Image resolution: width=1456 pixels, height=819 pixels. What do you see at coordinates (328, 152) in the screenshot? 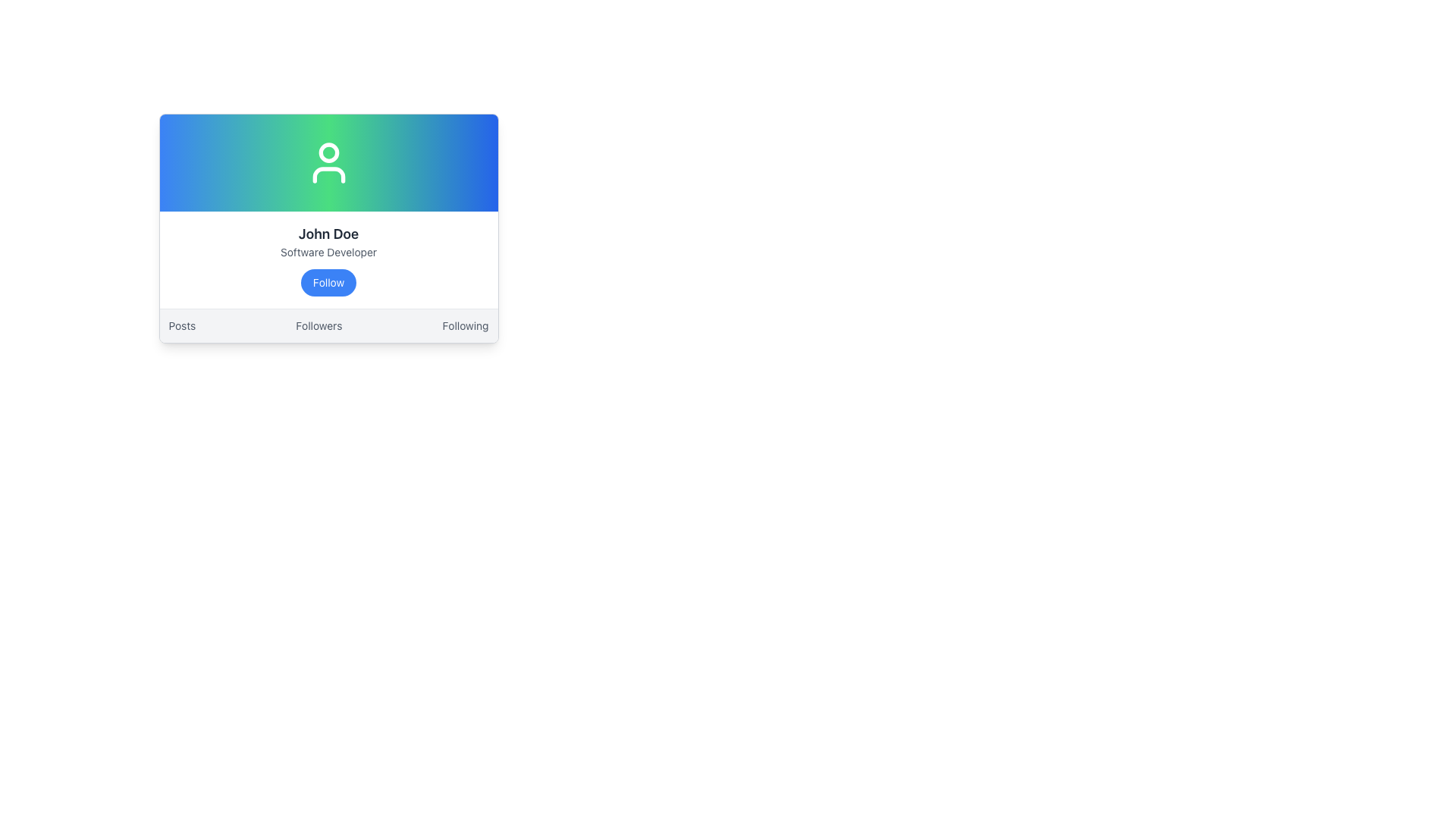
I see `the decorative circular graphical element representing a user in the profile card icon at the top-center of the card` at bounding box center [328, 152].